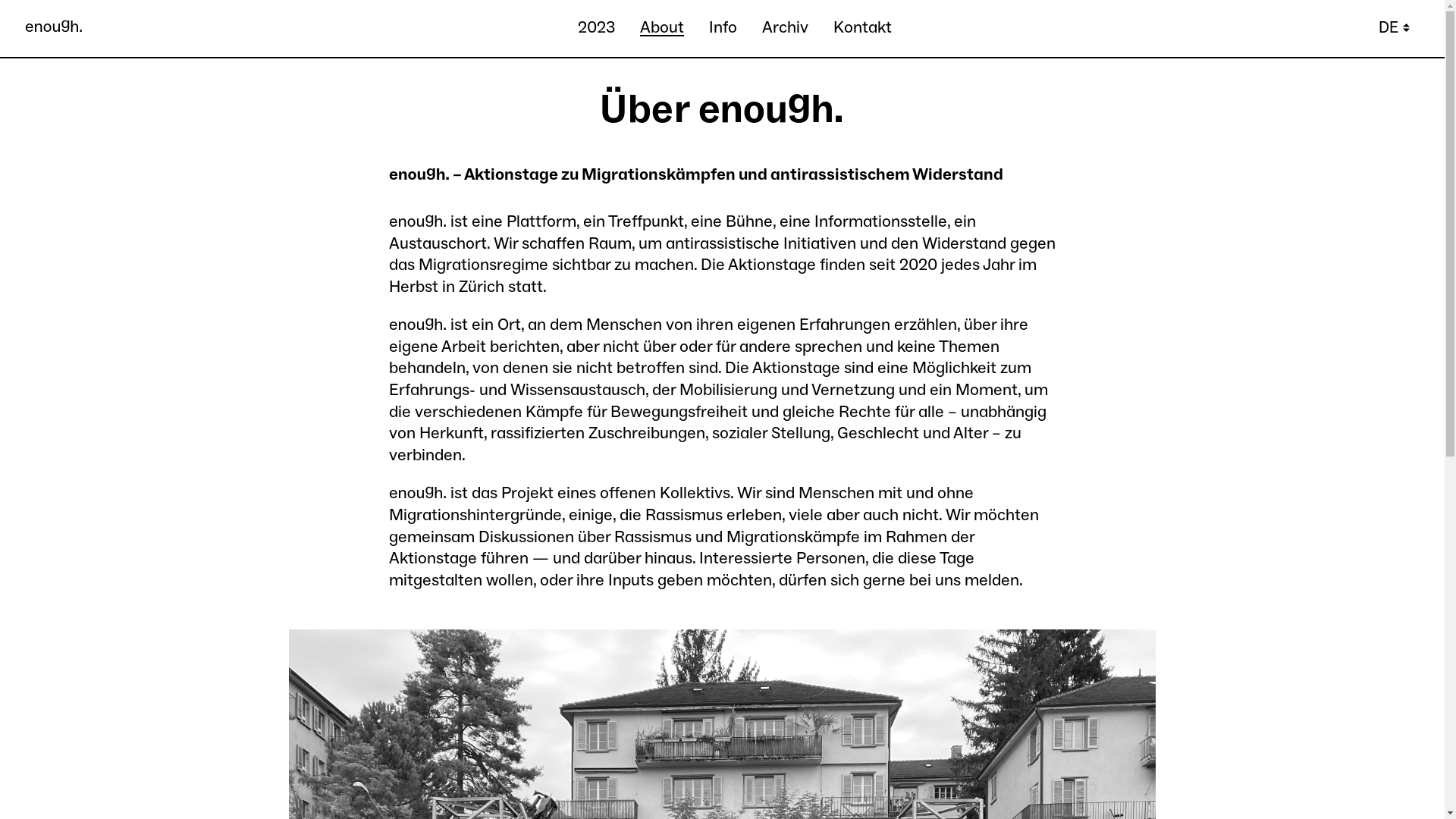 This screenshot has height=819, width=1456. I want to click on 'Archiv', so click(785, 28).